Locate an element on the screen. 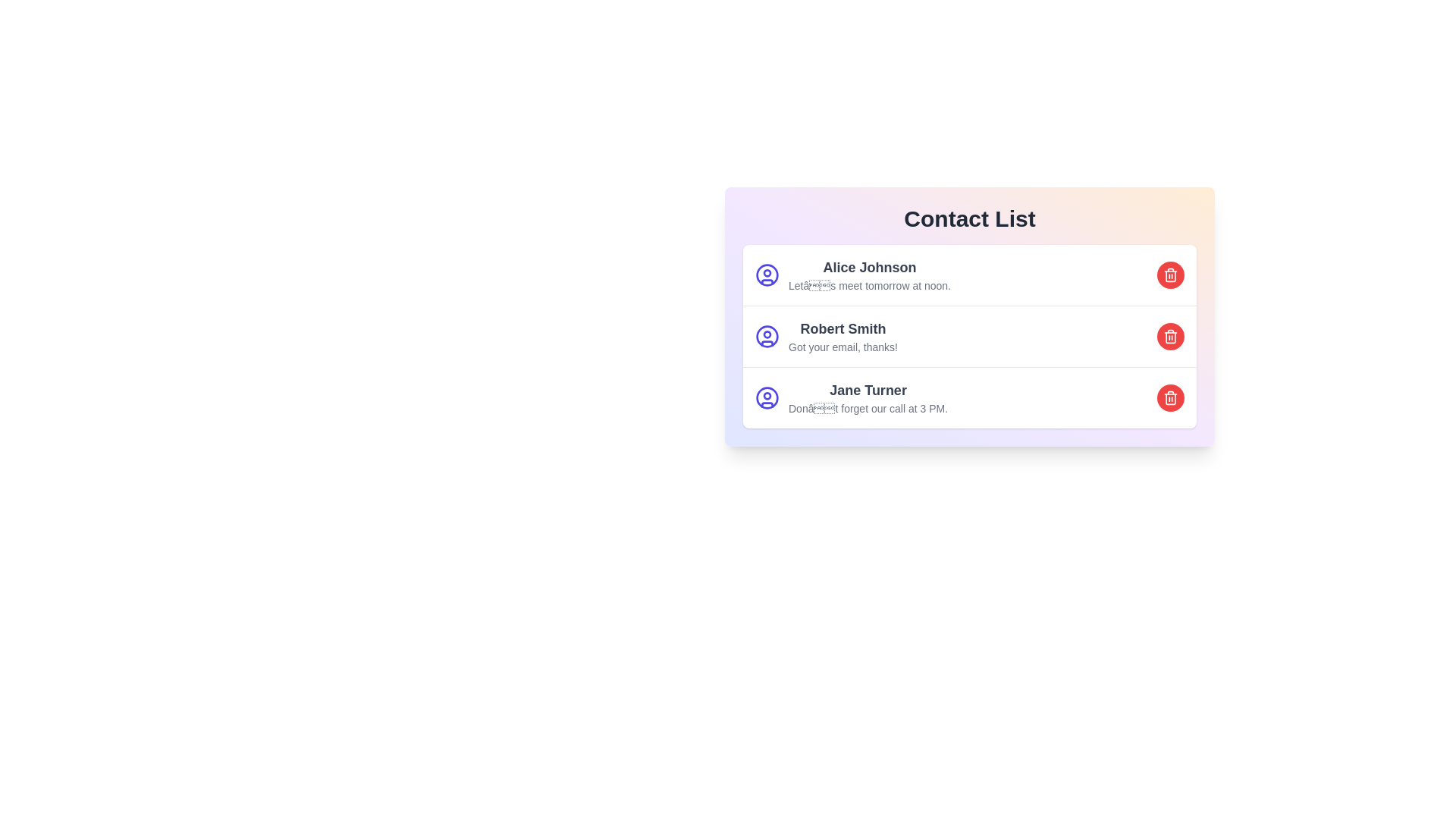 Image resolution: width=1456 pixels, height=819 pixels. the user icon for the contact Alice Johnson is located at coordinates (767, 275).